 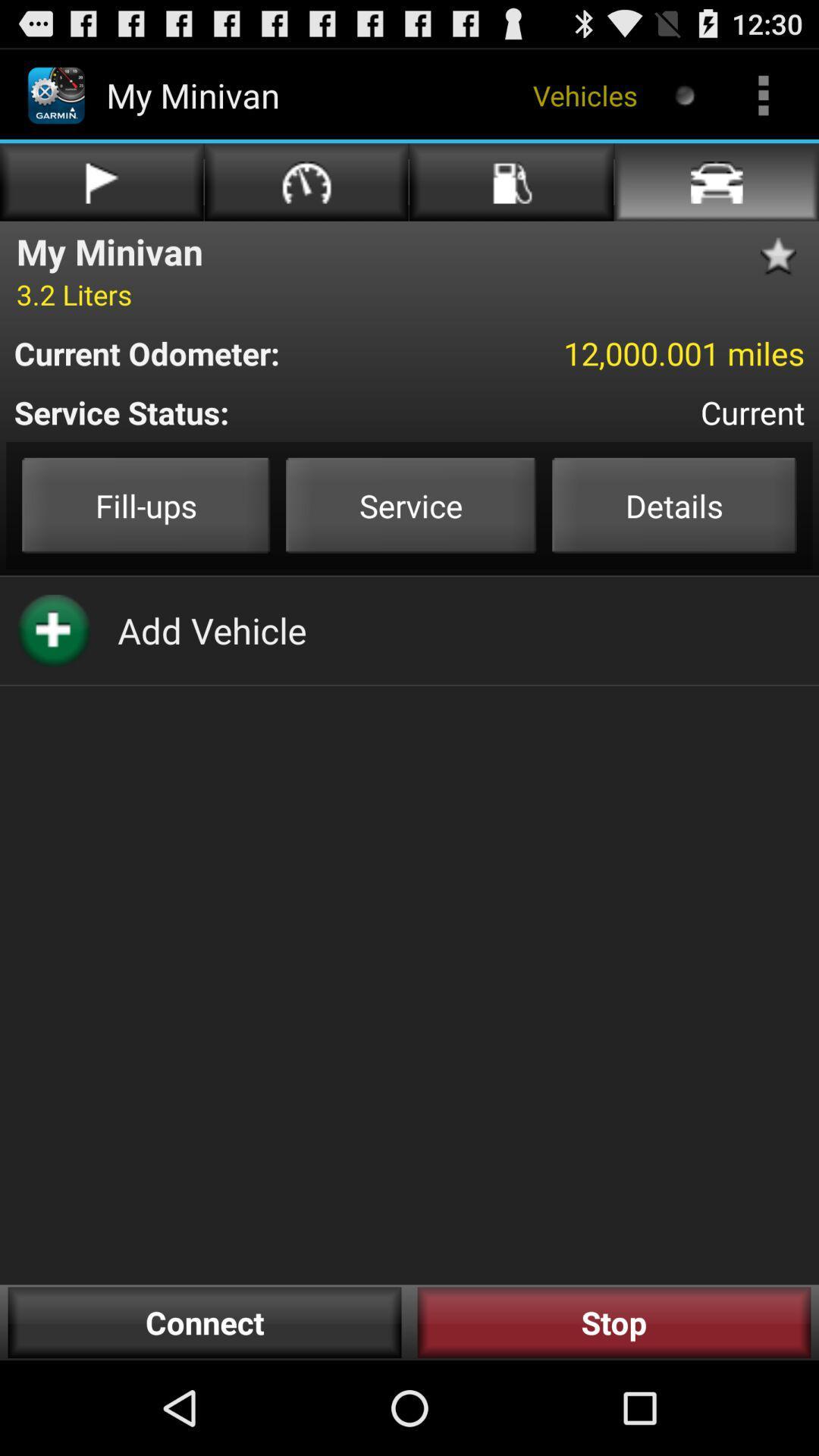 What do you see at coordinates (239, 412) in the screenshot?
I see `item next to the current app` at bounding box center [239, 412].